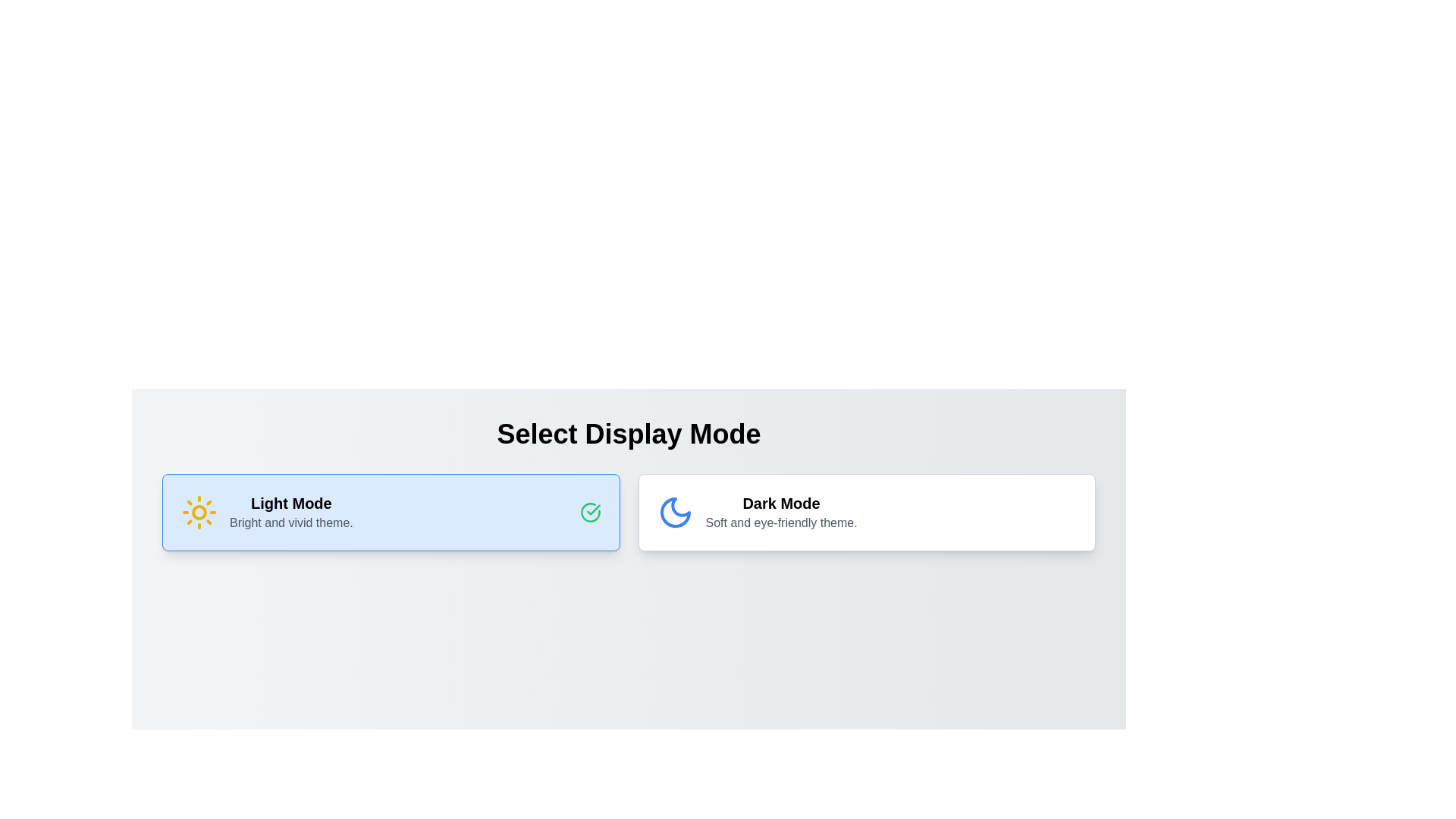 The width and height of the screenshot is (1456, 819). I want to click on the green checkmark icon indicating the selection of the 'Light Mode' option, located in the top-right section of the Light Mode card, so click(589, 512).